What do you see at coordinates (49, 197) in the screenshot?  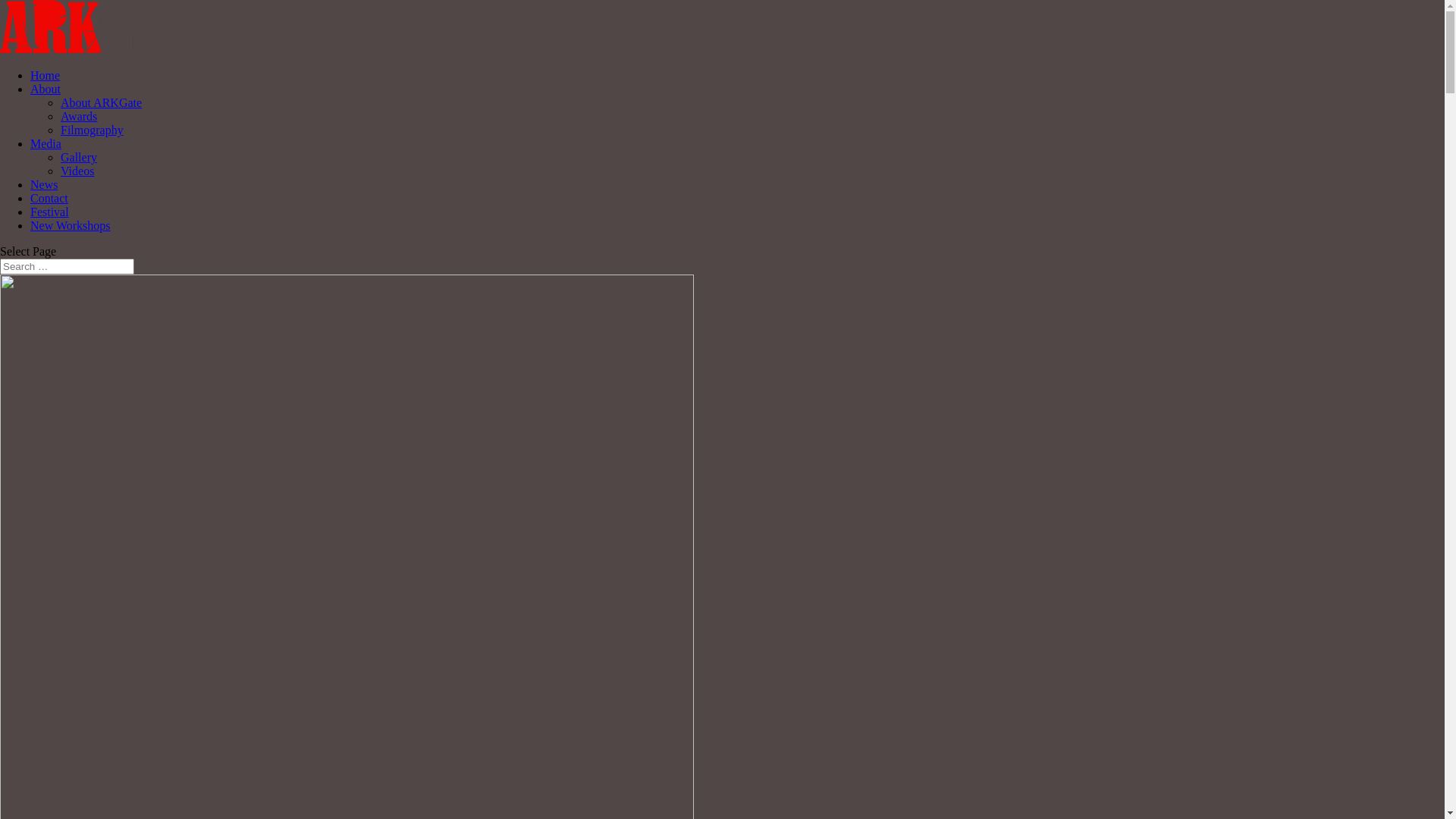 I see `'Contact'` at bounding box center [49, 197].